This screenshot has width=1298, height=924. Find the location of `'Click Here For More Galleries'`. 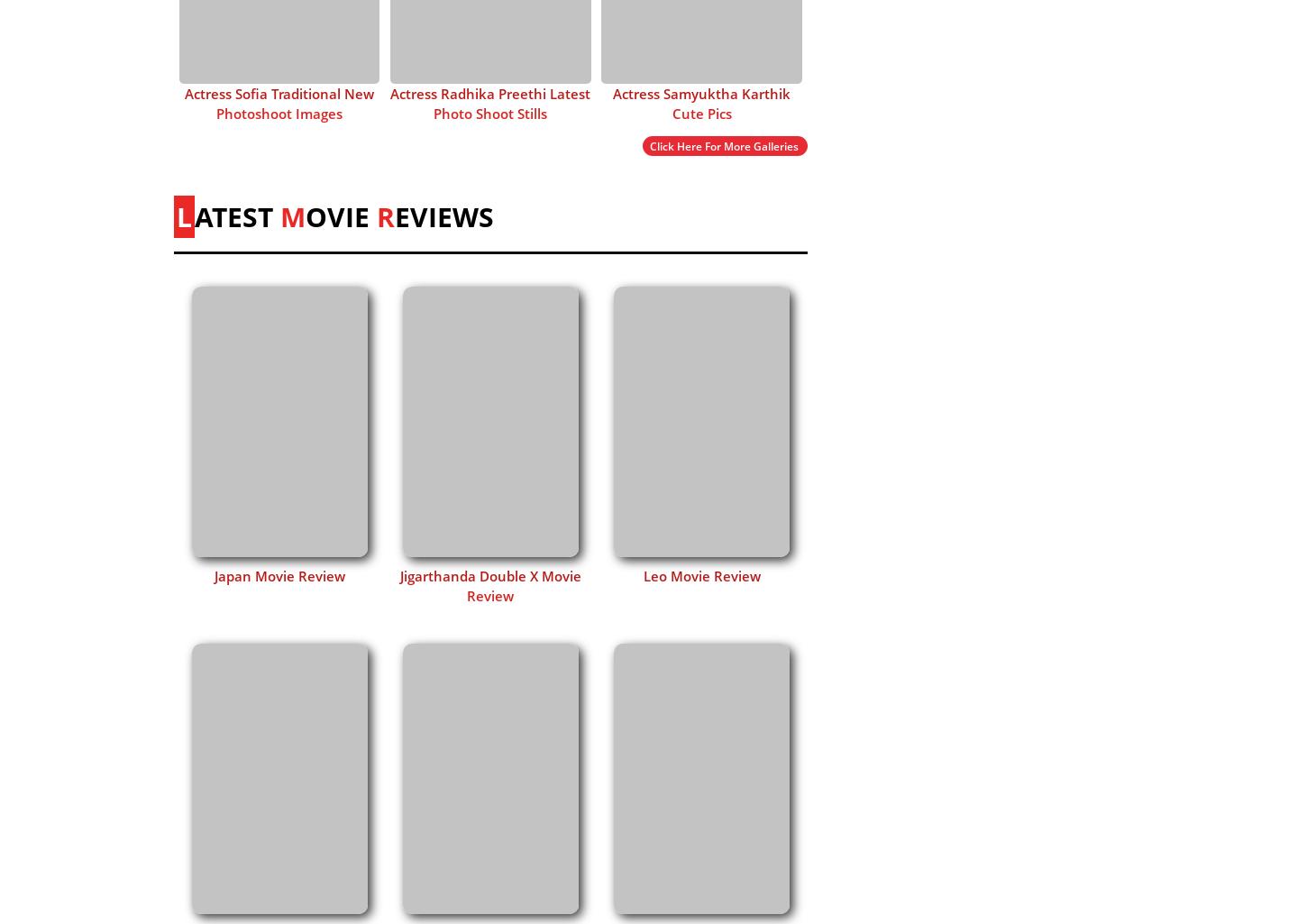

'Click Here For More Galleries' is located at coordinates (723, 144).